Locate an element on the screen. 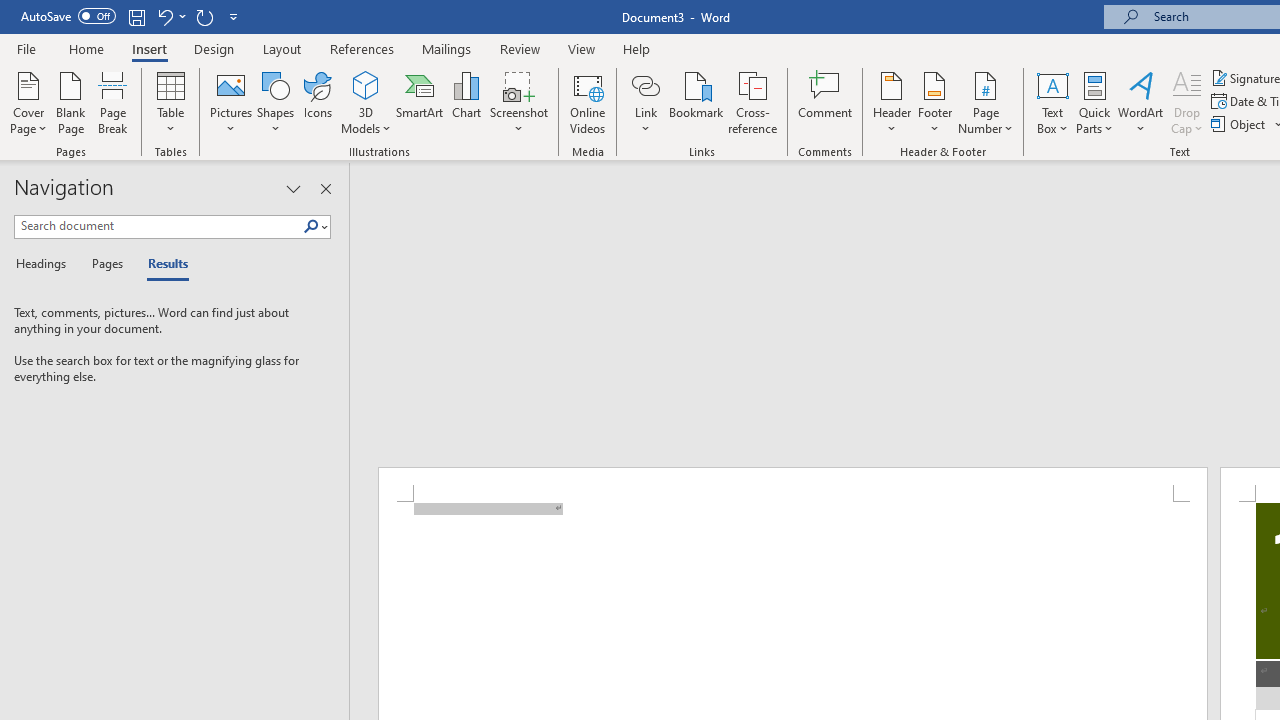 This screenshot has width=1280, height=720. 'Pictures' is located at coordinates (231, 103).